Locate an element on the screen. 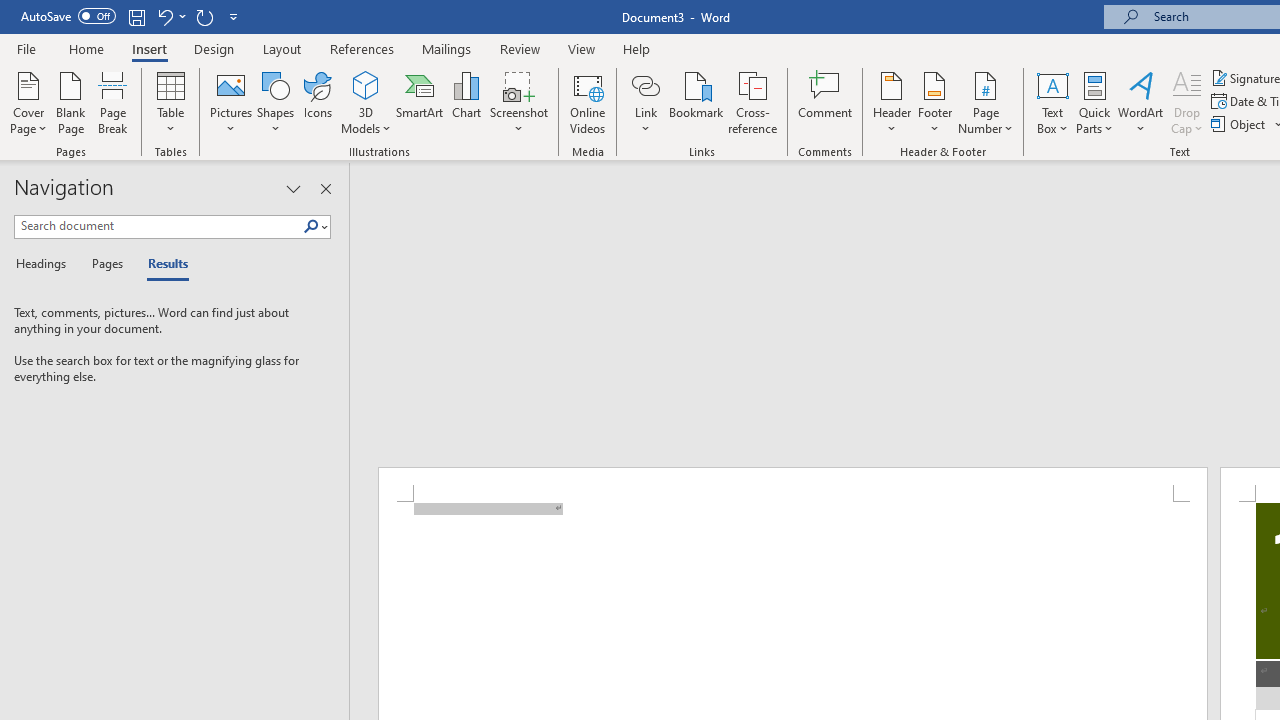 This screenshot has width=1280, height=720. 'Pictures' is located at coordinates (231, 103).